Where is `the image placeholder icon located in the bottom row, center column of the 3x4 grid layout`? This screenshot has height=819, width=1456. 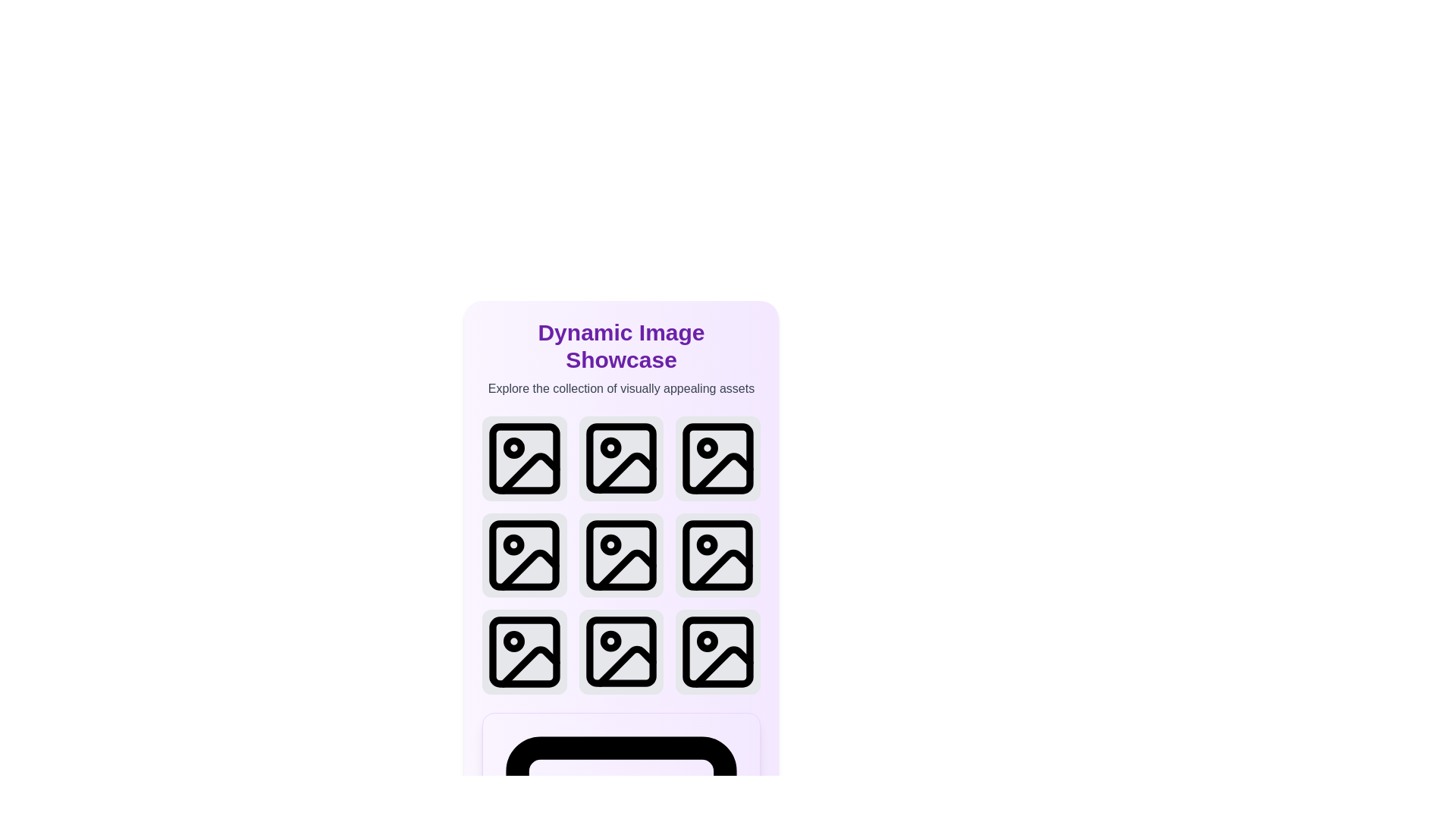
the image placeholder icon located in the bottom row, center column of the 3x4 grid layout is located at coordinates (621, 651).